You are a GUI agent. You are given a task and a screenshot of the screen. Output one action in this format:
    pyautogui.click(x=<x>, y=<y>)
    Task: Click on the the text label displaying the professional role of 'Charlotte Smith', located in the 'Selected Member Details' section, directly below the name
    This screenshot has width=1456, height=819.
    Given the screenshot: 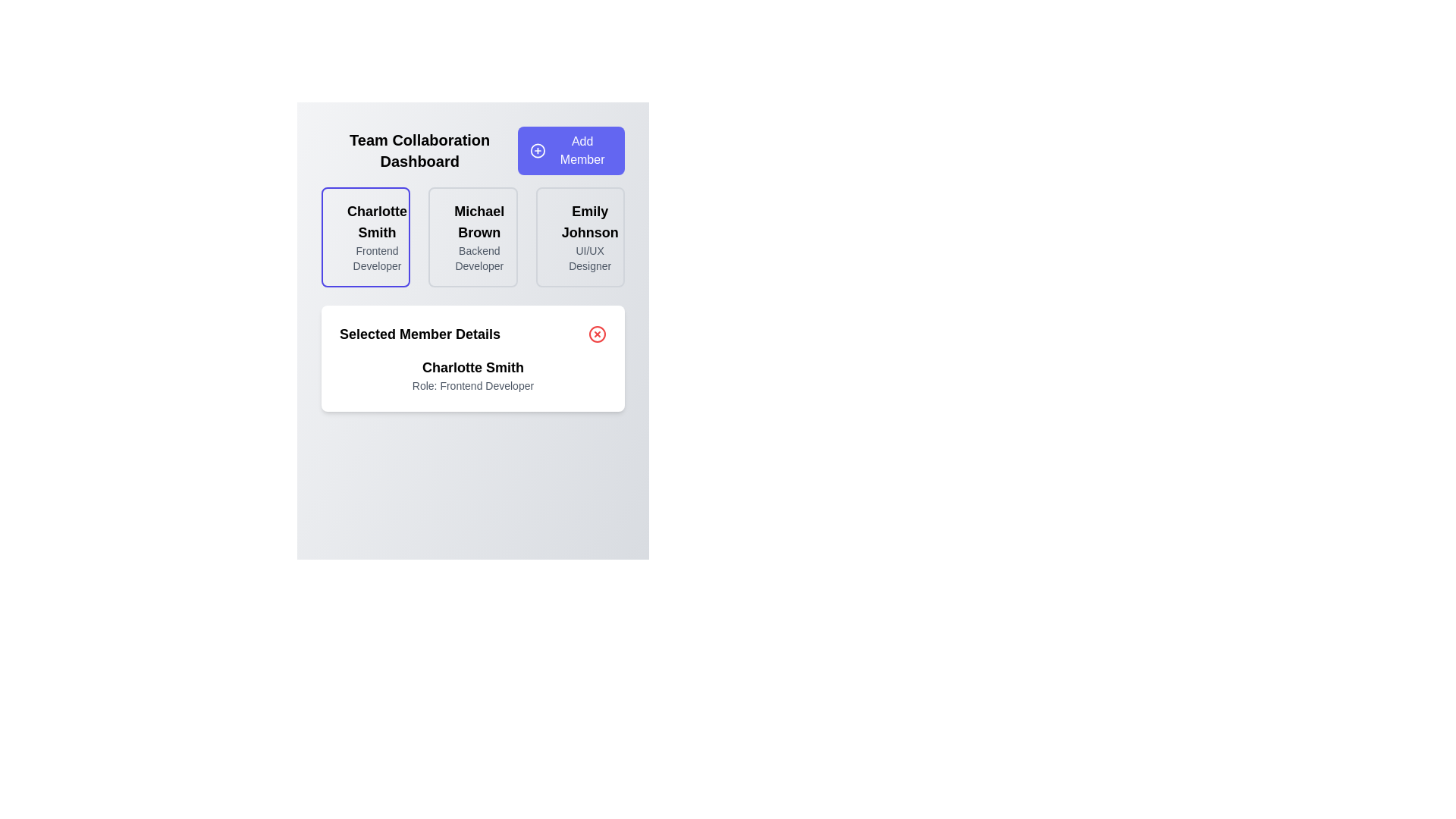 What is the action you would take?
    pyautogui.click(x=472, y=385)
    